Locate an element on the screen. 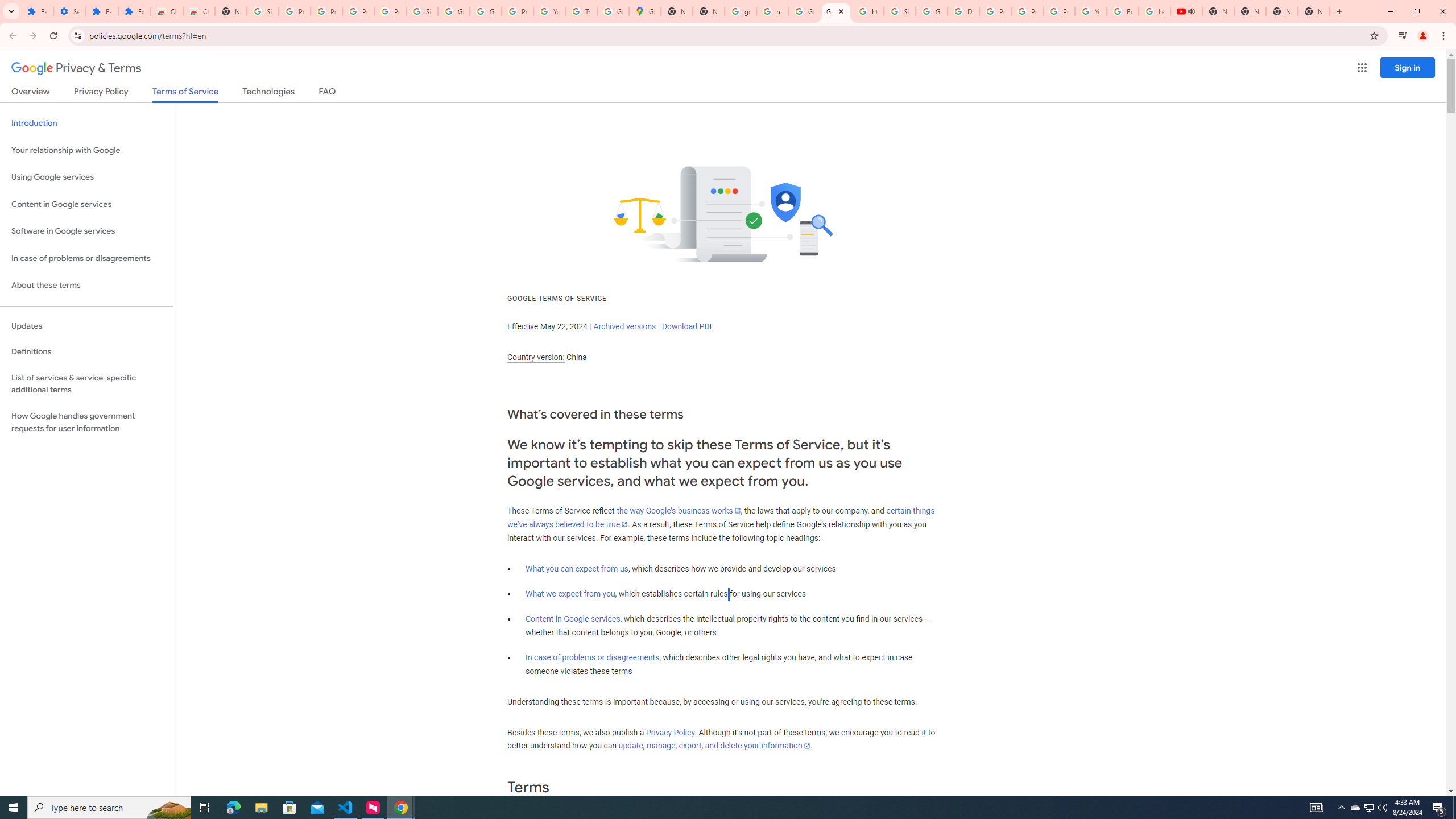  'Your relationship with Google' is located at coordinates (86, 150).